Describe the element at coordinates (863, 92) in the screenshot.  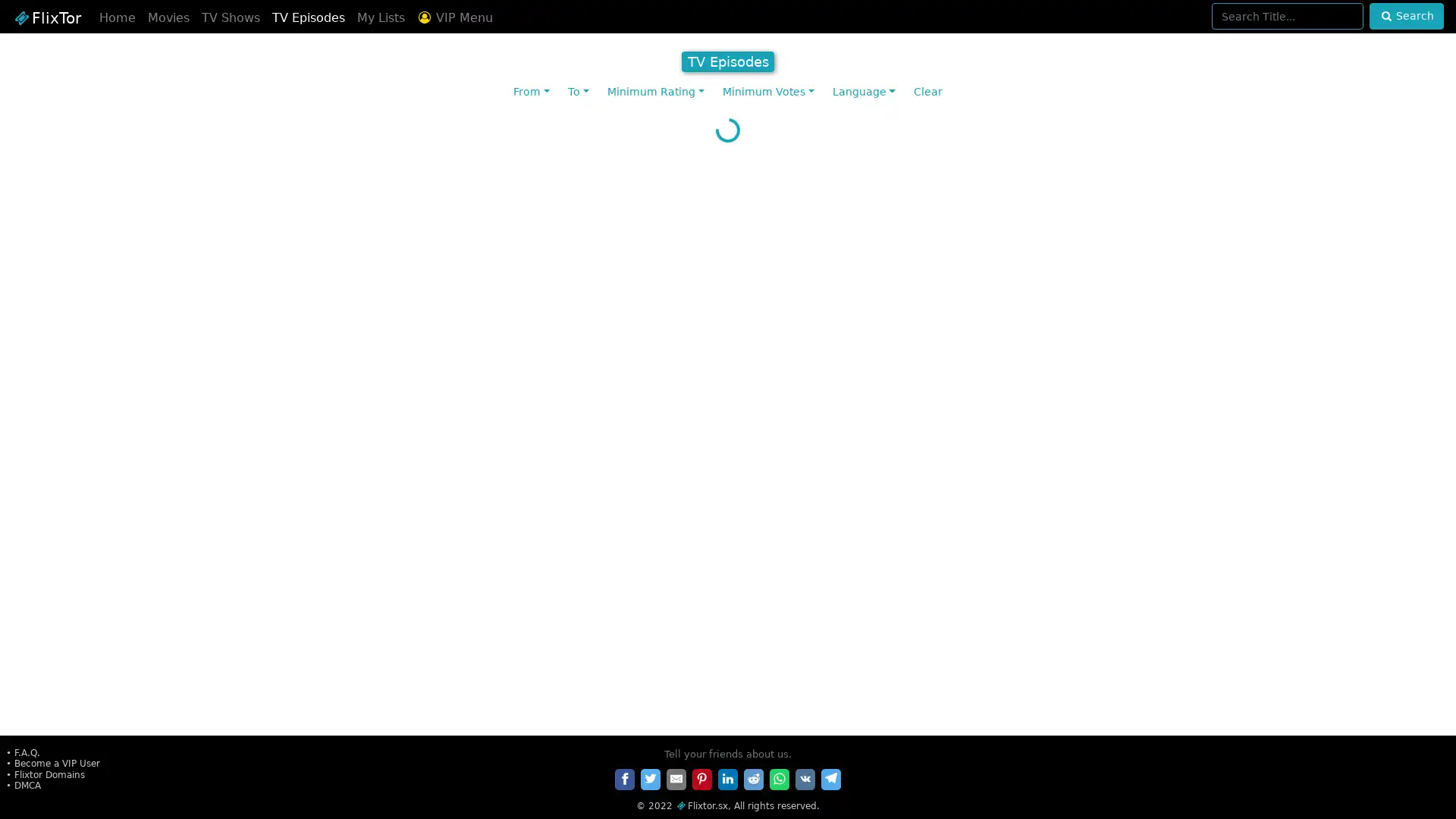
I see `Language` at that location.